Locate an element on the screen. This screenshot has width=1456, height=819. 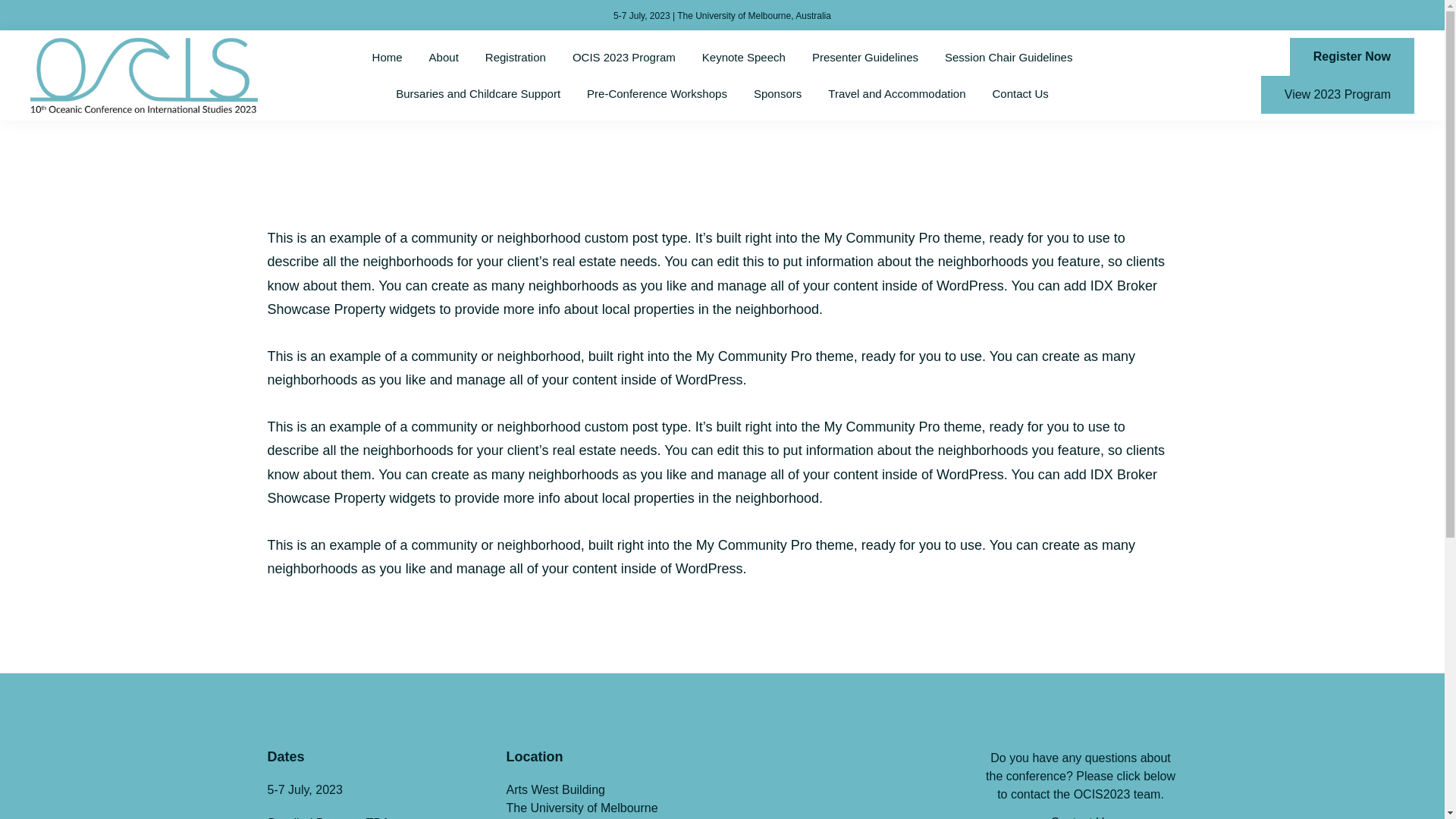
'Sponsors' is located at coordinates (777, 93).